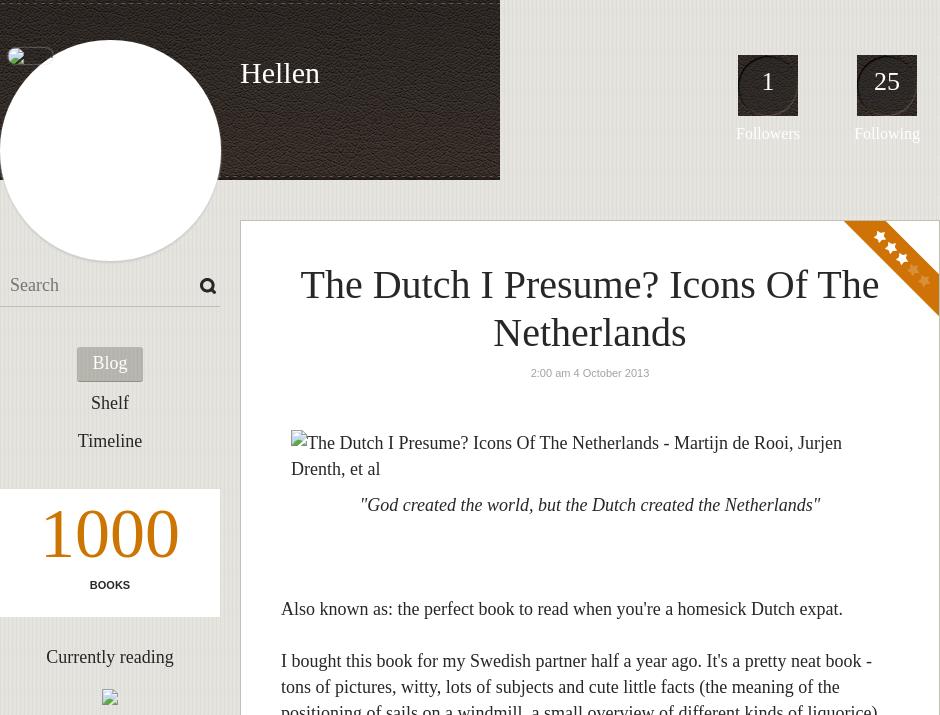  What do you see at coordinates (766, 81) in the screenshot?
I see `'1'` at bounding box center [766, 81].